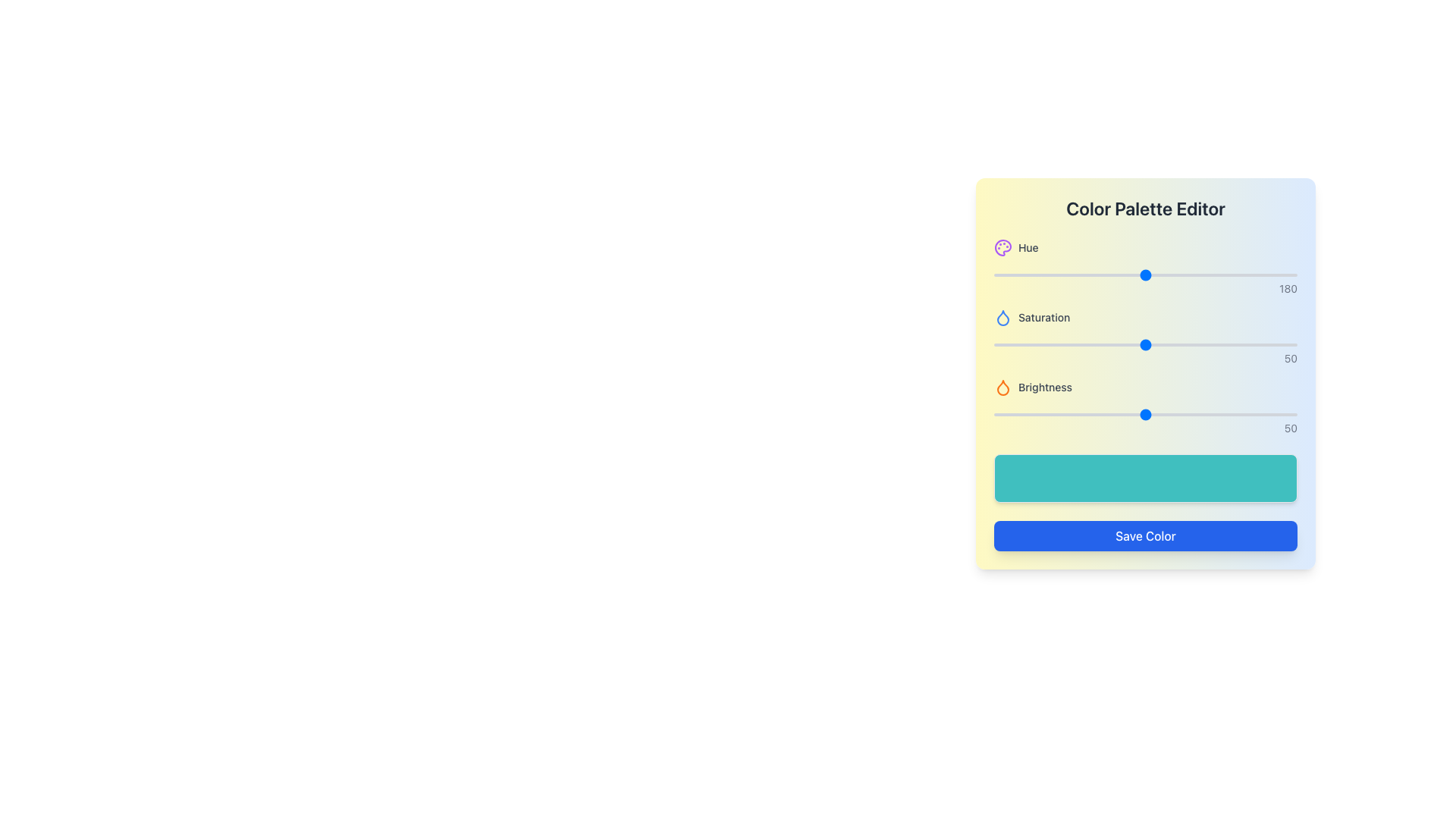  Describe the element at coordinates (1003, 317) in the screenshot. I see `the saturation icon located to the left of the 'Saturation' text label in the color adjustment interface` at that location.